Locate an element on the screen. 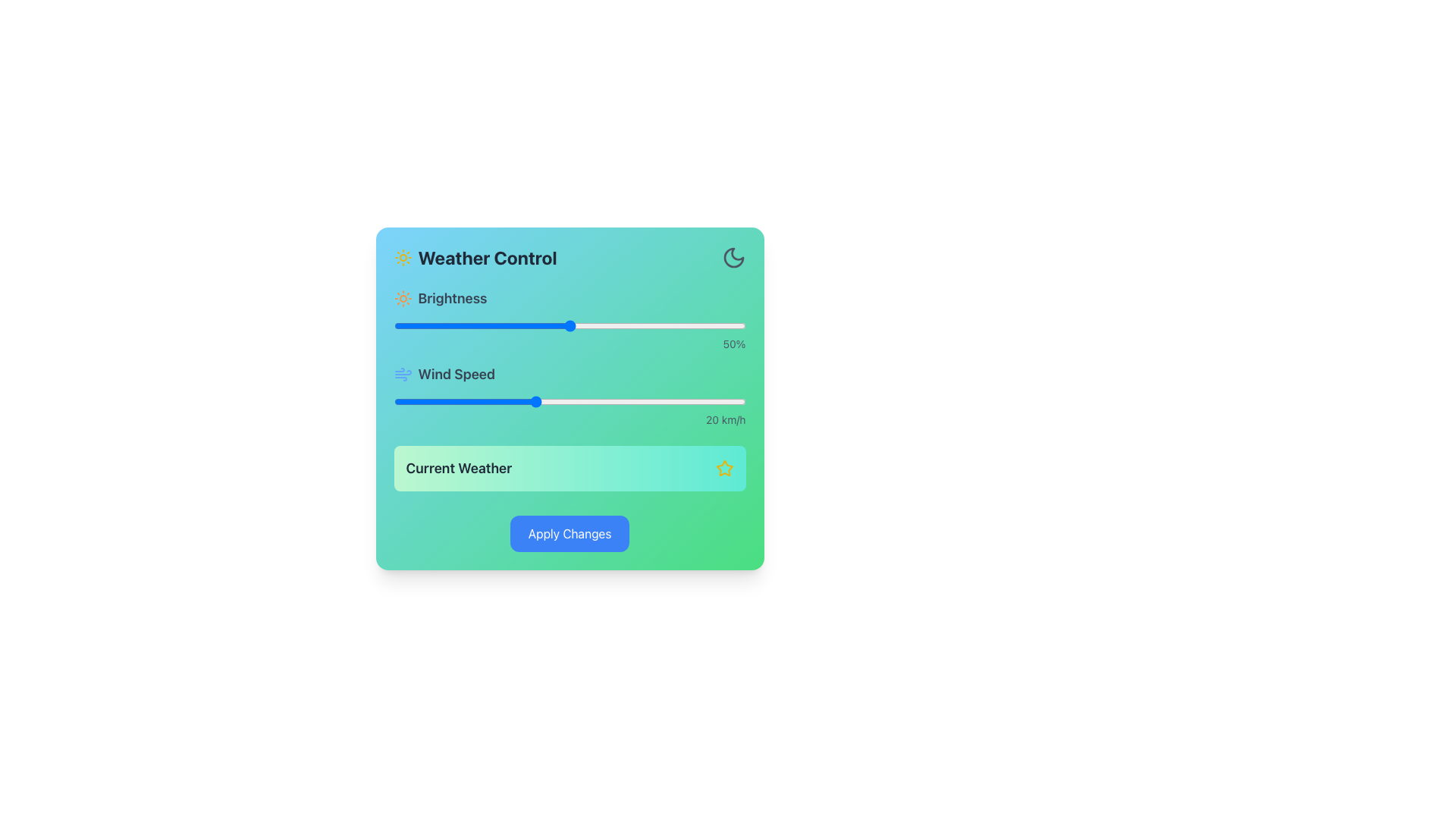 Image resolution: width=1456 pixels, height=819 pixels. wind speed is located at coordinates (604, 400).